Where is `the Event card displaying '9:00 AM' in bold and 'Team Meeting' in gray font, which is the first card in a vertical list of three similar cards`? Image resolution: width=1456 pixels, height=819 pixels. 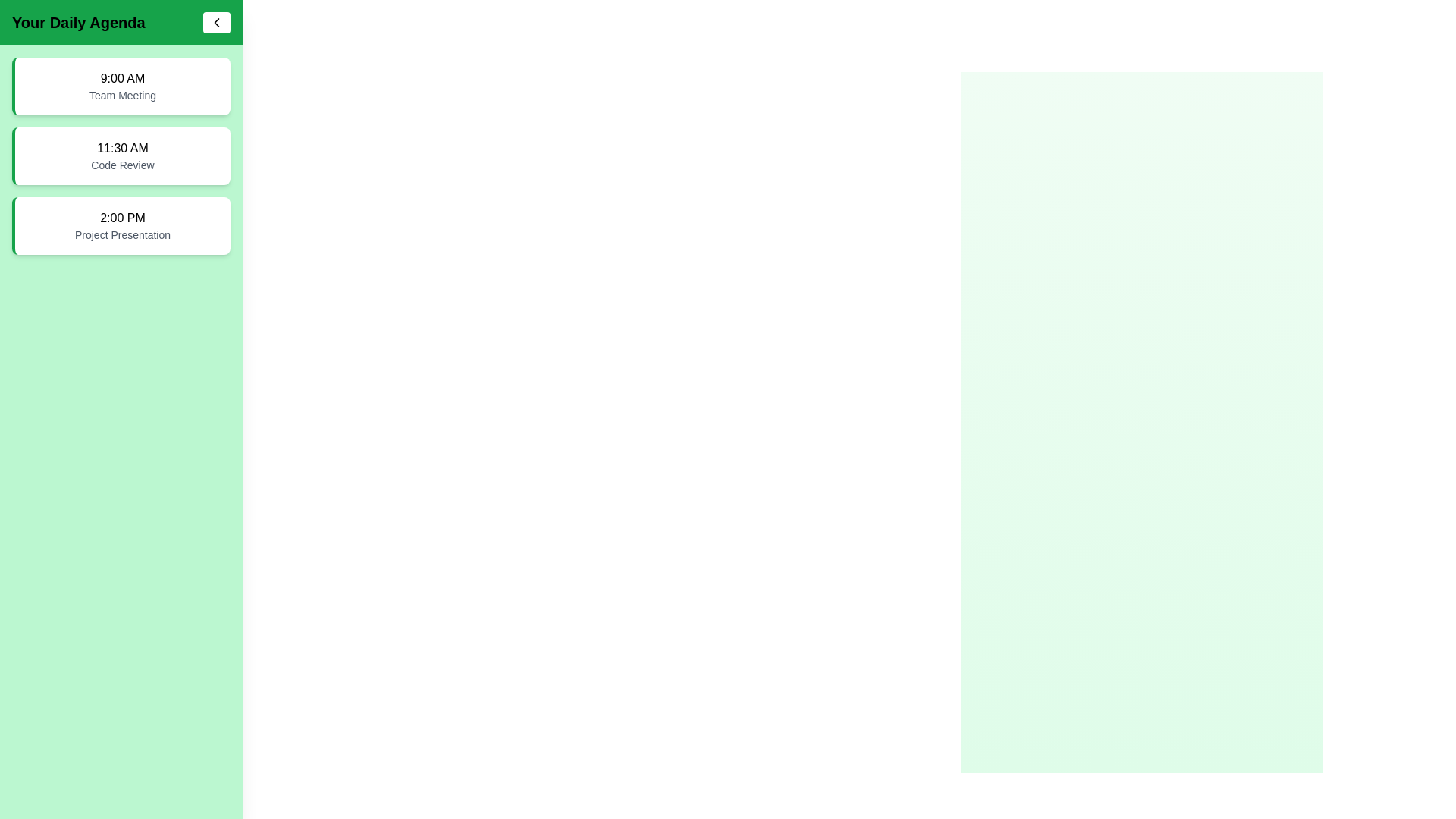
the Event card displaying '9:00 AM' in bold and 'Team Meeting' in gray font, which is the first card in a vertical list of three similar cards is located at coordinates (120, 86).